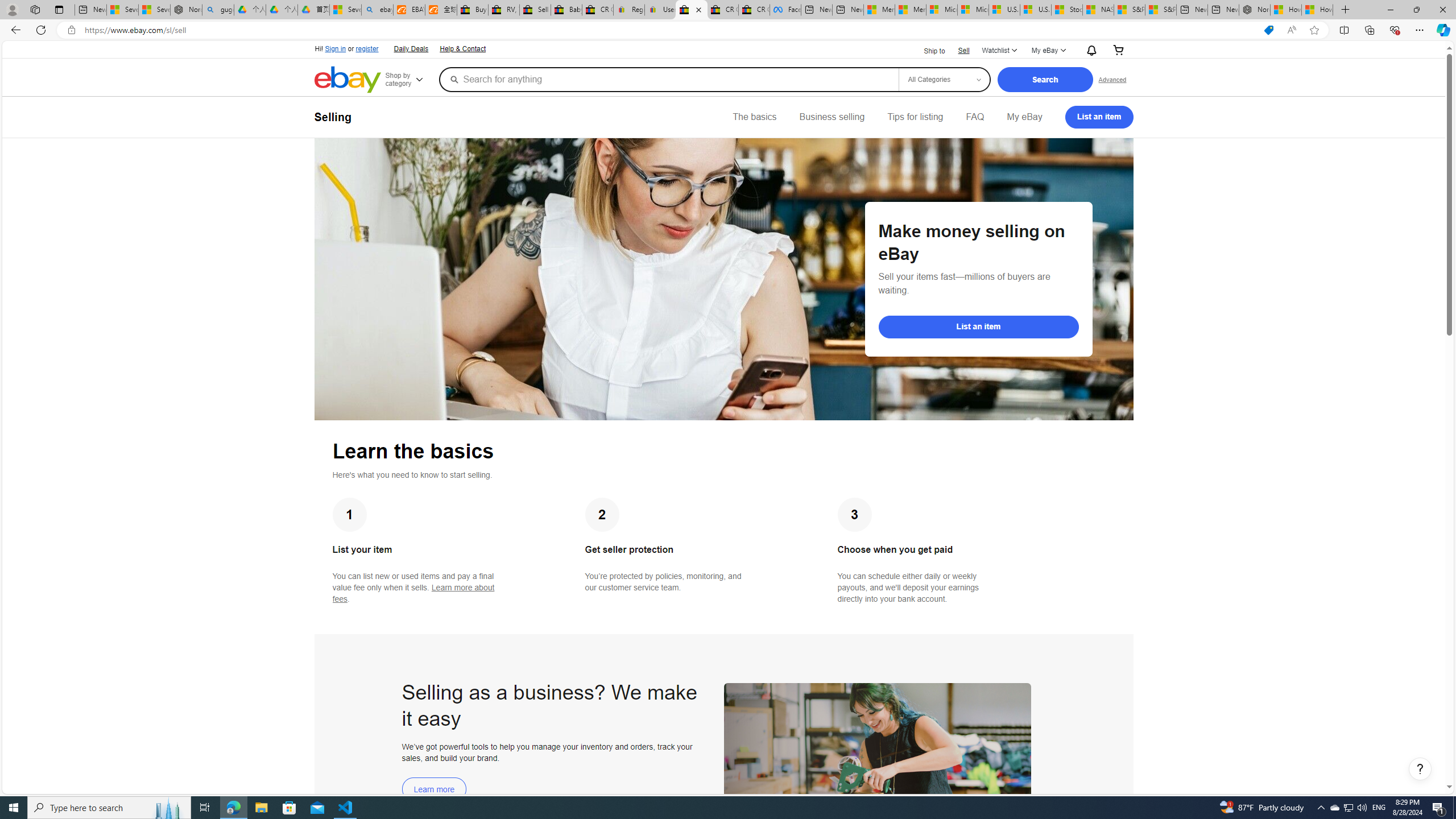  Describe the element at coordinates (974, 116) in the screenshot. I see `'FAQ'` at that location.